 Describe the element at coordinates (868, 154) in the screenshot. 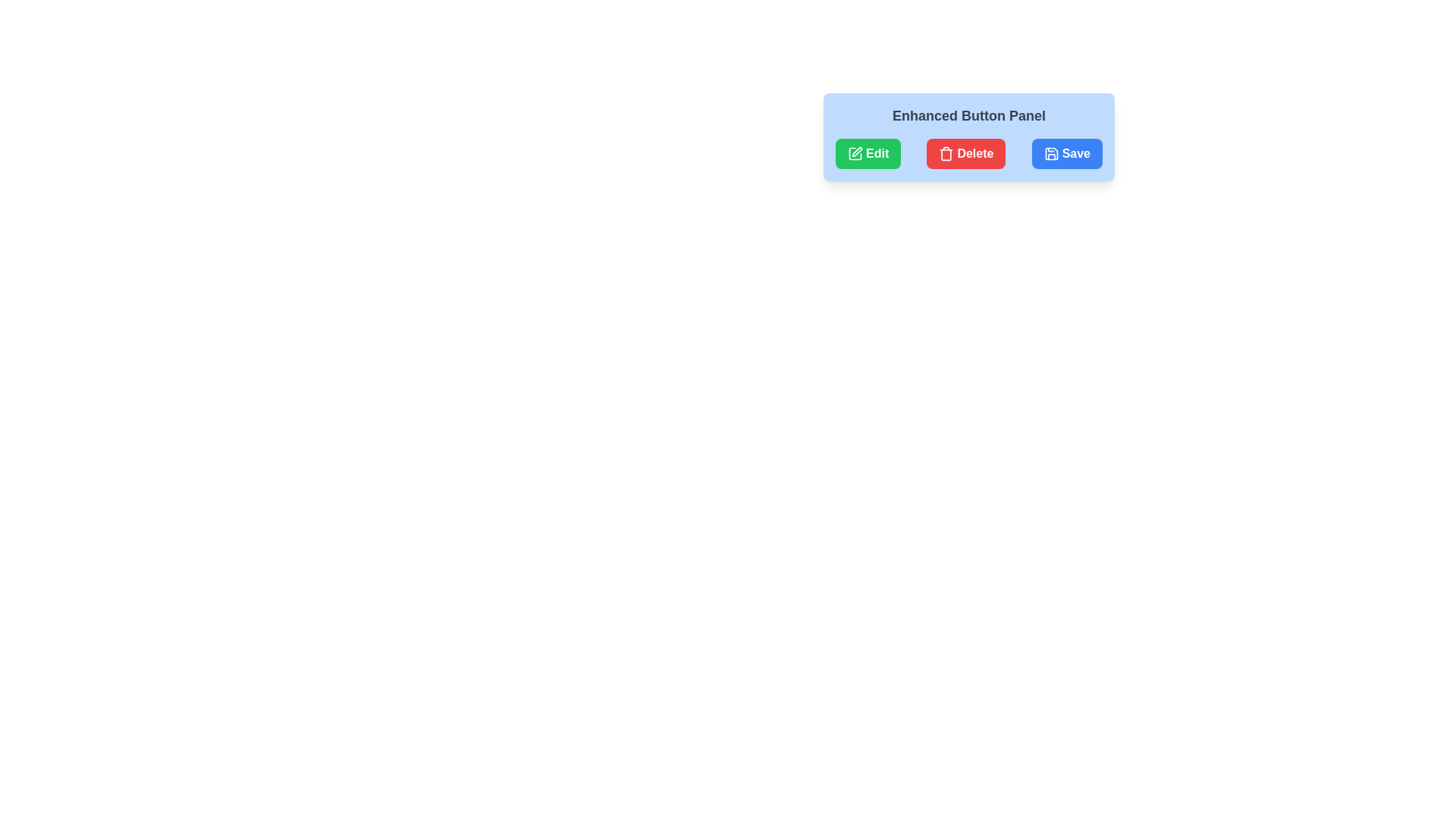

I see `the 'Edit' button with a green background and white text` at that location.